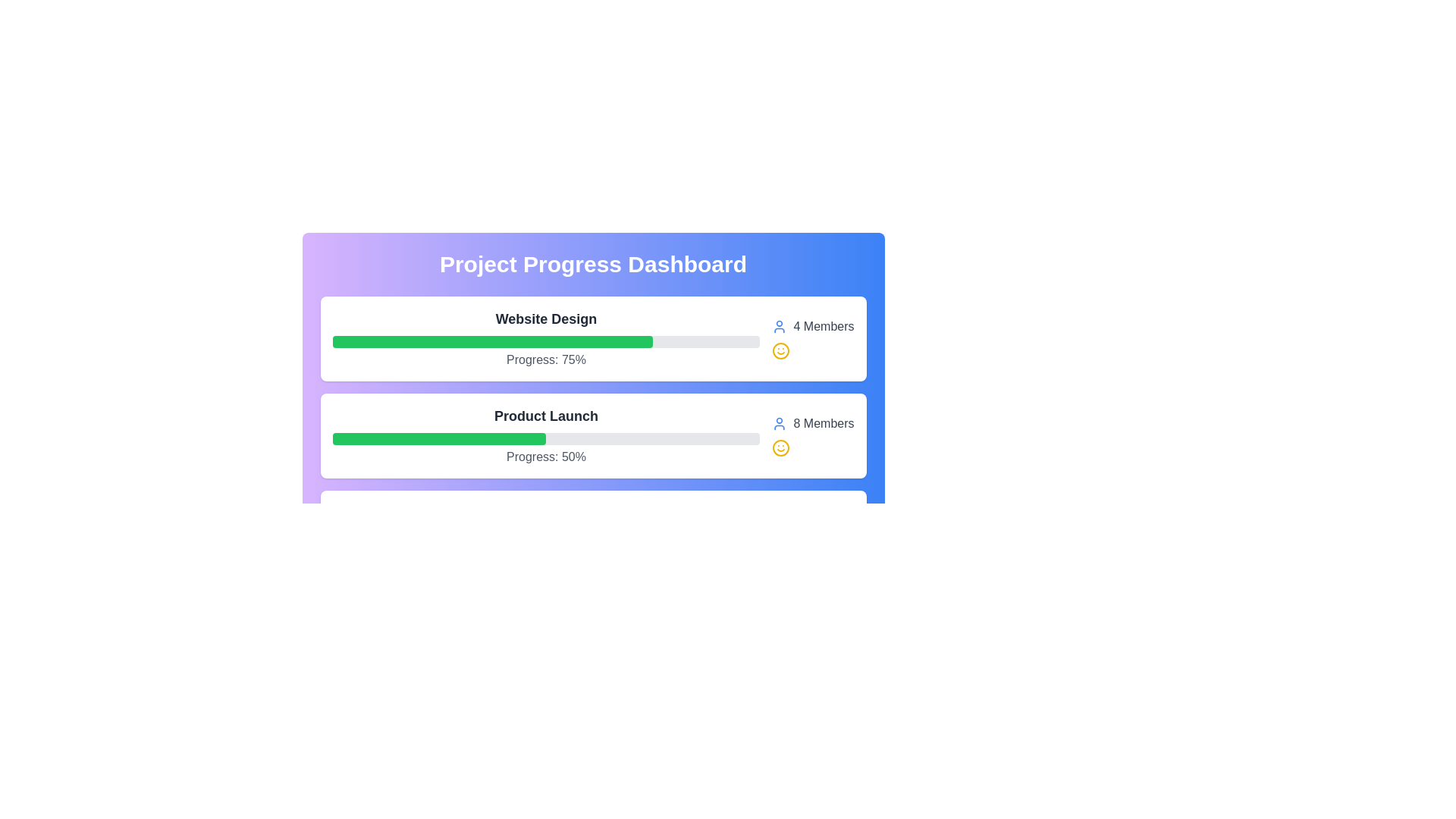 The height and width of the screenshot is (819, 1456). Describe the element at coordinates (780, 326) in the screenshot. I see `the icon located to the left of the text '4 Members' within the card labeled 'Website Design', which serves as an indicator for a group of users associated with the project` at that location.